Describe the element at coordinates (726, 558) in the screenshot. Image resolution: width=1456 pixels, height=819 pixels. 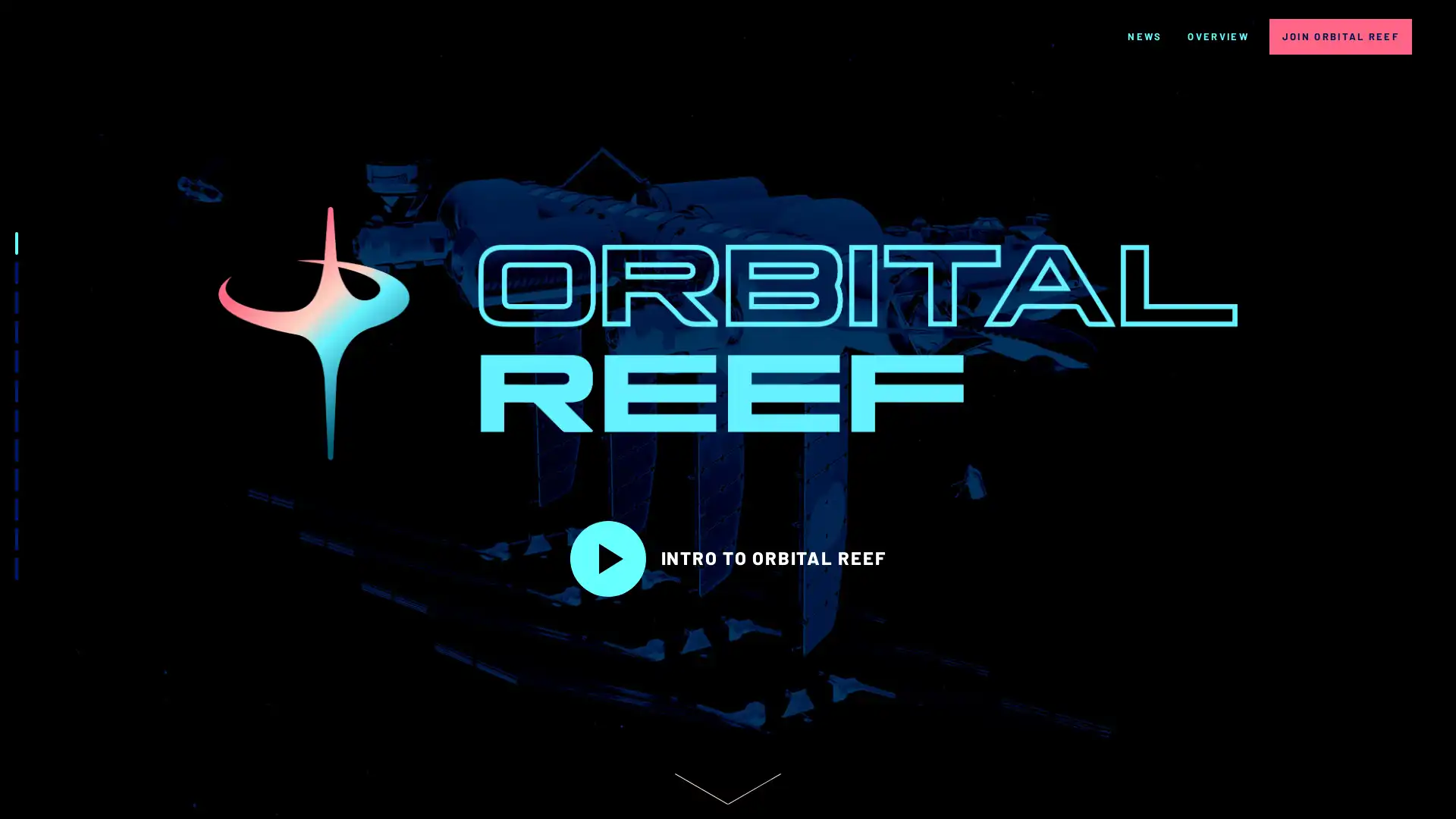
I see `INTRO TO ORBITAL REEF` at that location.